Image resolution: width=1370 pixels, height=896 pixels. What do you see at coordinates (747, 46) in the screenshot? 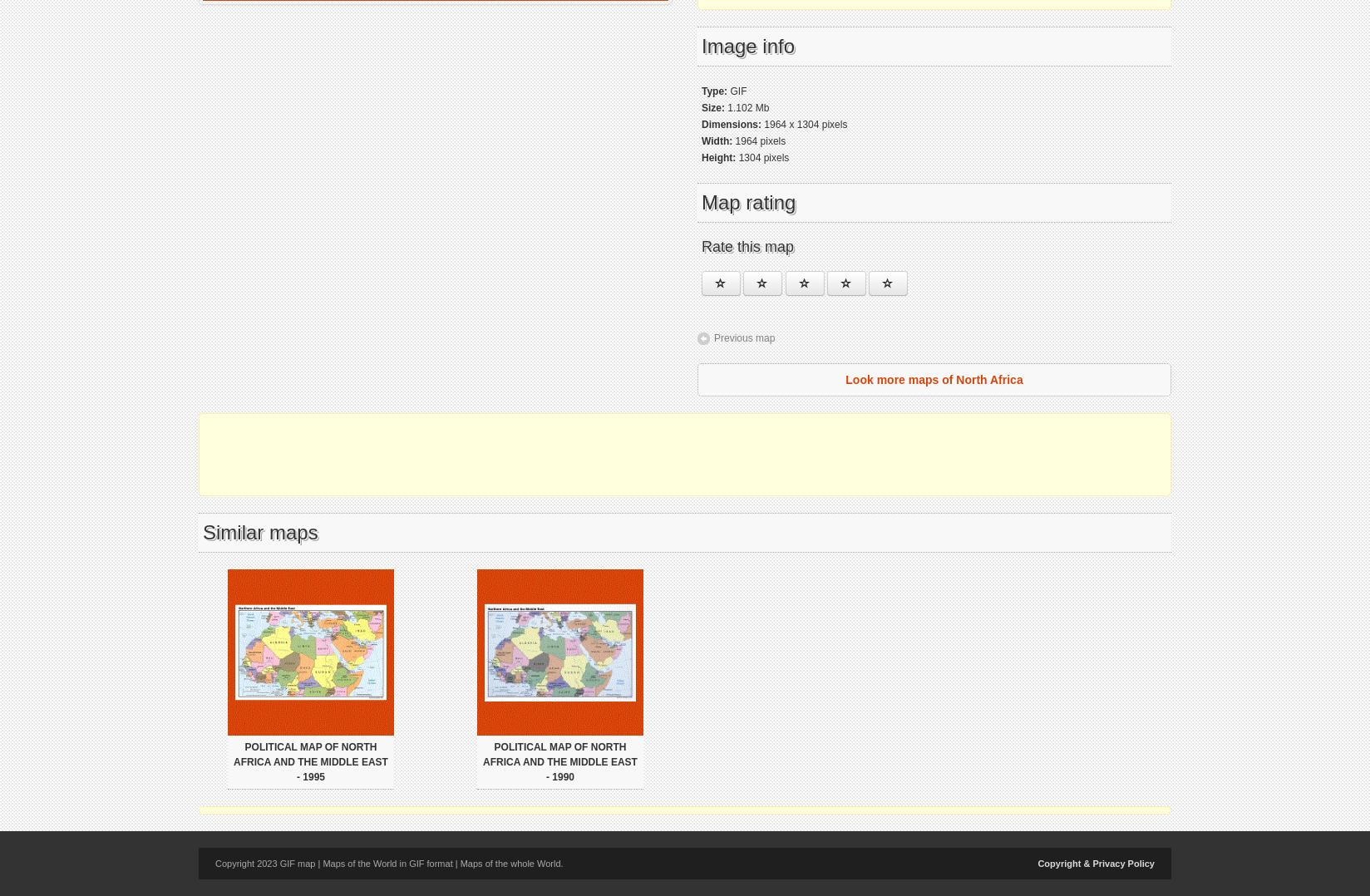
I see `'Image info'` at bounding box center [747, 46].